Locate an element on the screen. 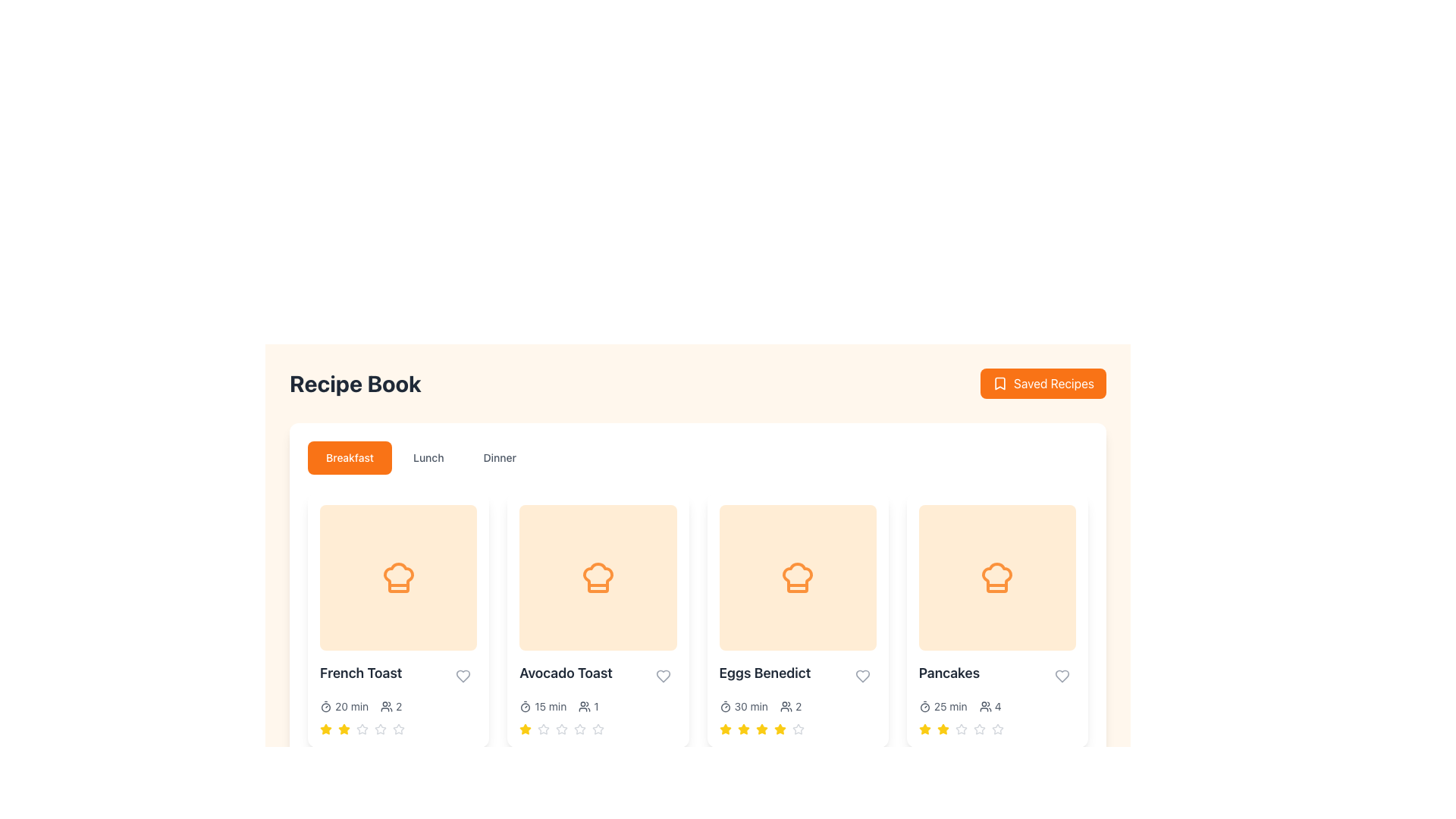  the heart-shaped icon with a gray outline located in the bottom-right corner of the 'French Toast' recipe card to mark the recipe as a favorite is located at coordinates (463, 675).